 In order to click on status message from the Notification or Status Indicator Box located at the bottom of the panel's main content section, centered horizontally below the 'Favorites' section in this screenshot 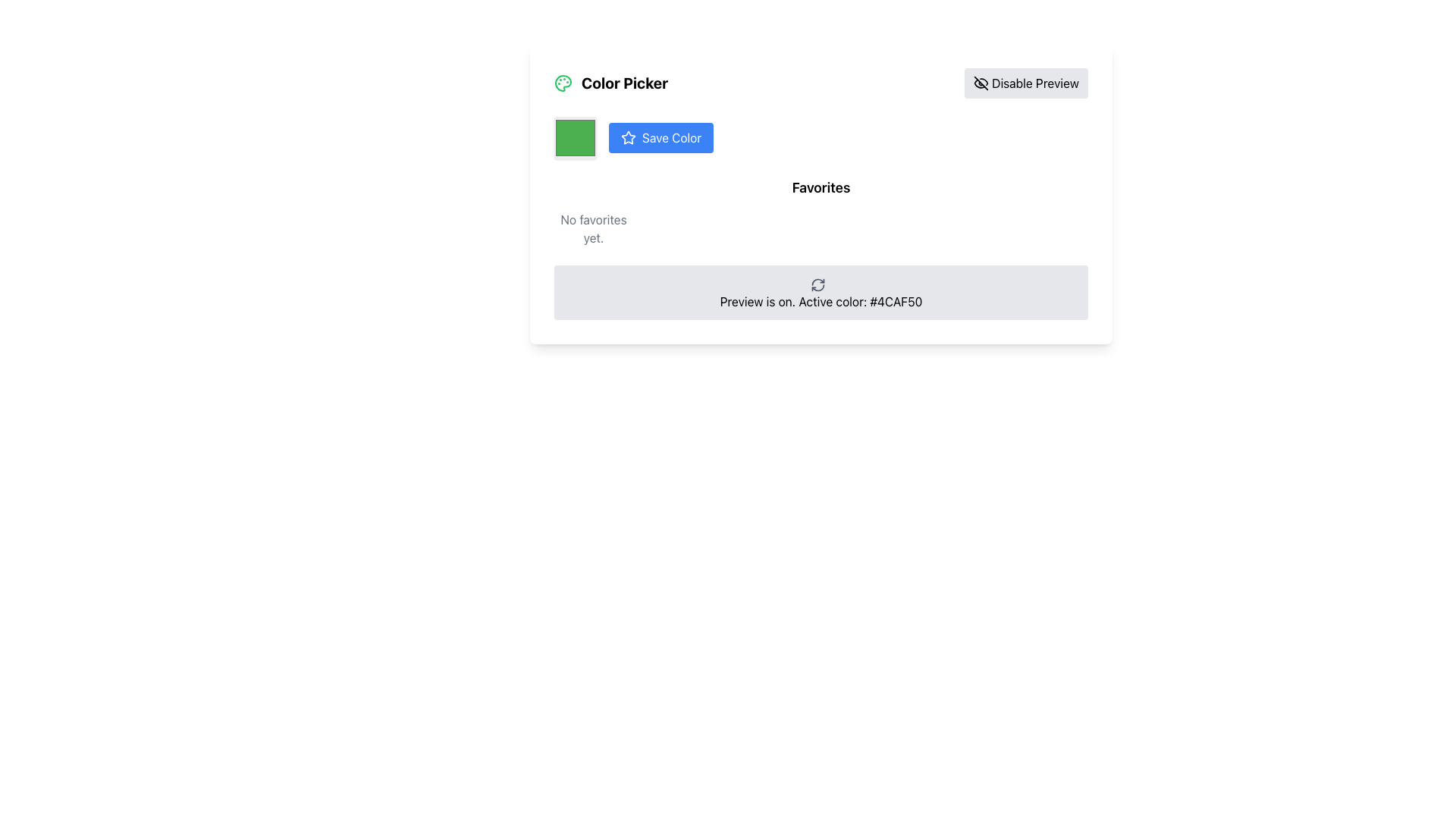, I will do `click(821, 292)`.